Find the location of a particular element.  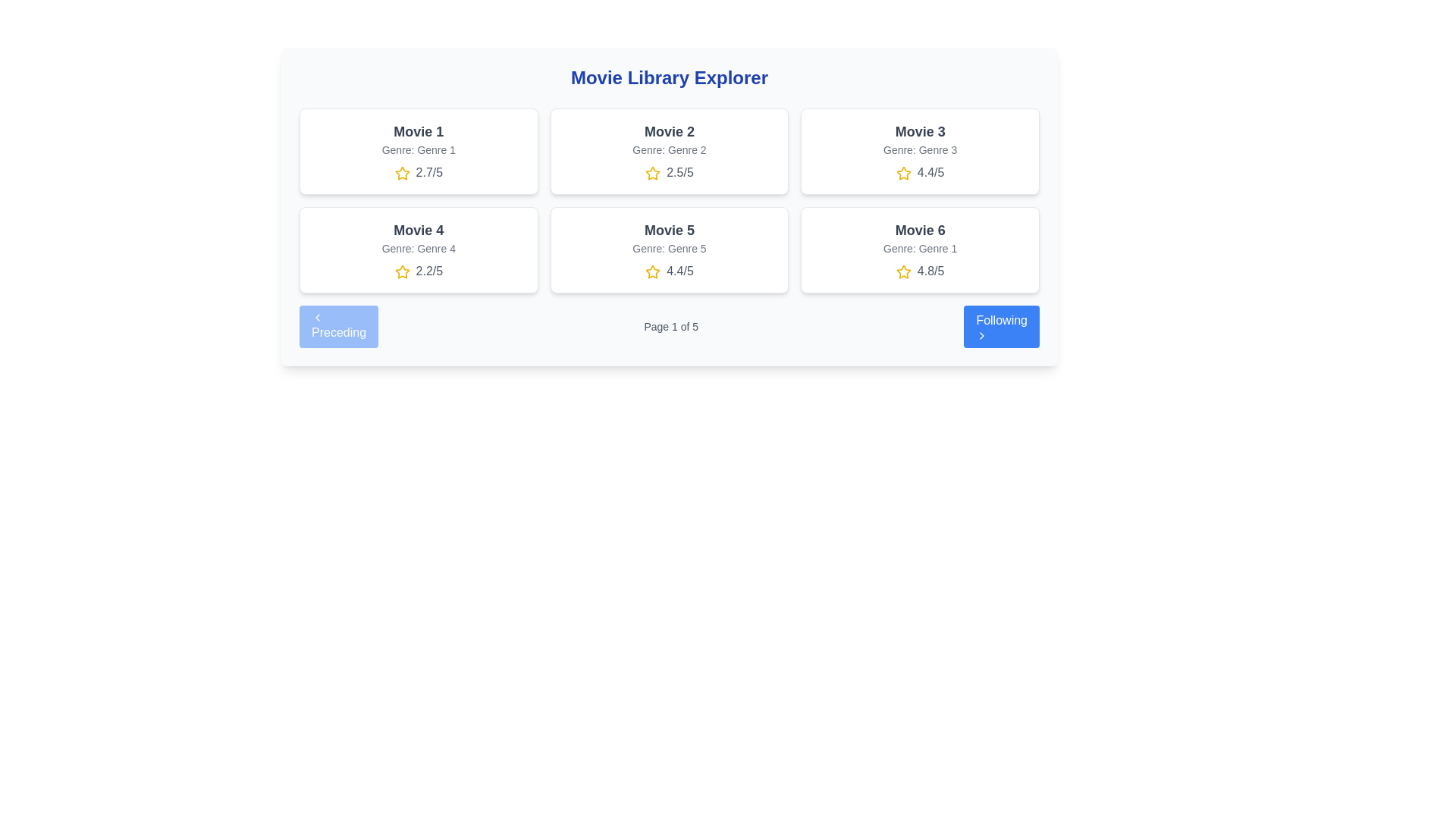

the star icon representing a rating system, which is visually indicated alongside the numerical score of '4.8/5.' is located at coordinates (903, 271).